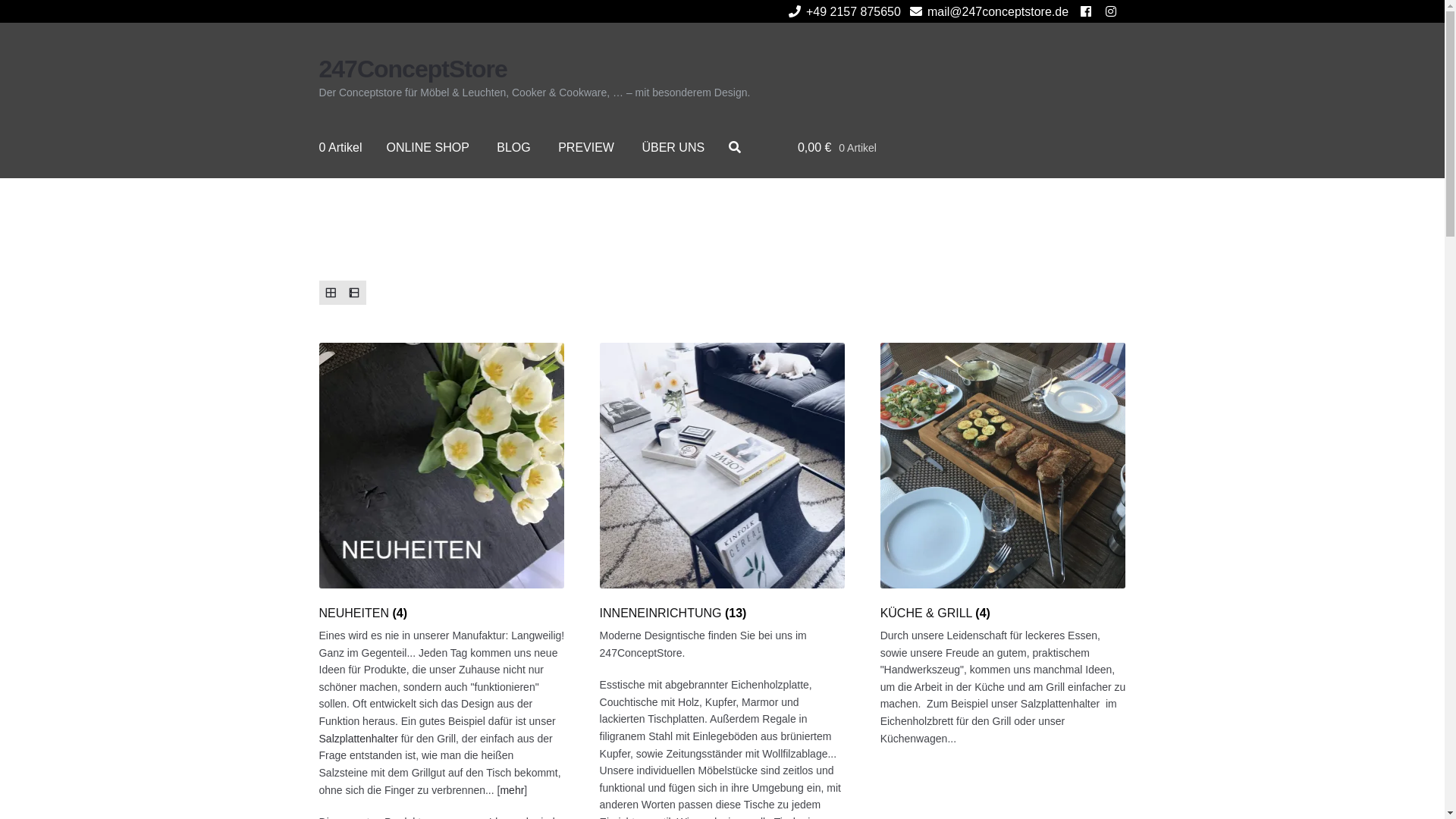  I want to click on 'Salzplattenhalter', so click(358, 738).